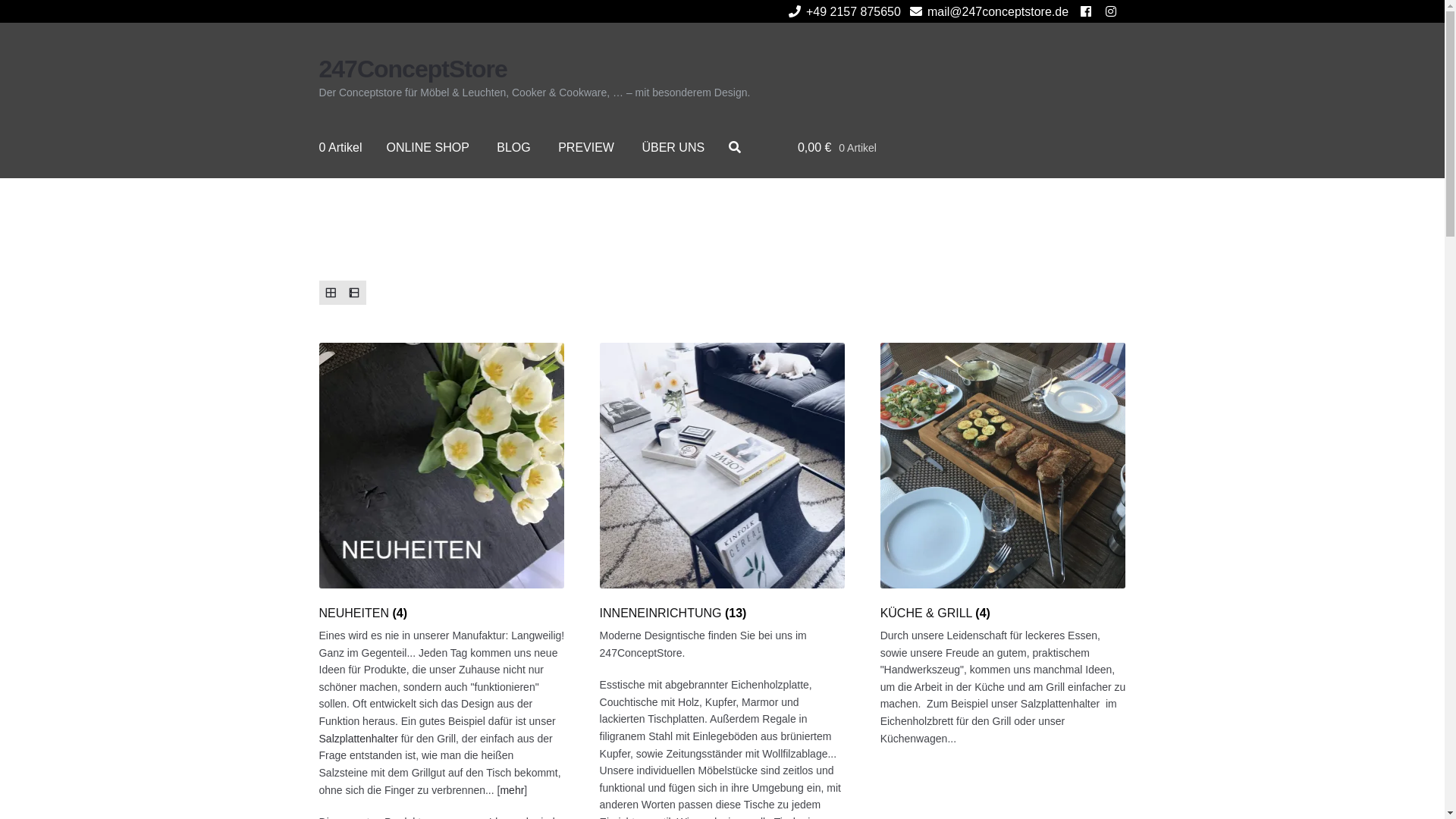  I want to click on 'Salzplattenhalter', so click(358, 738).